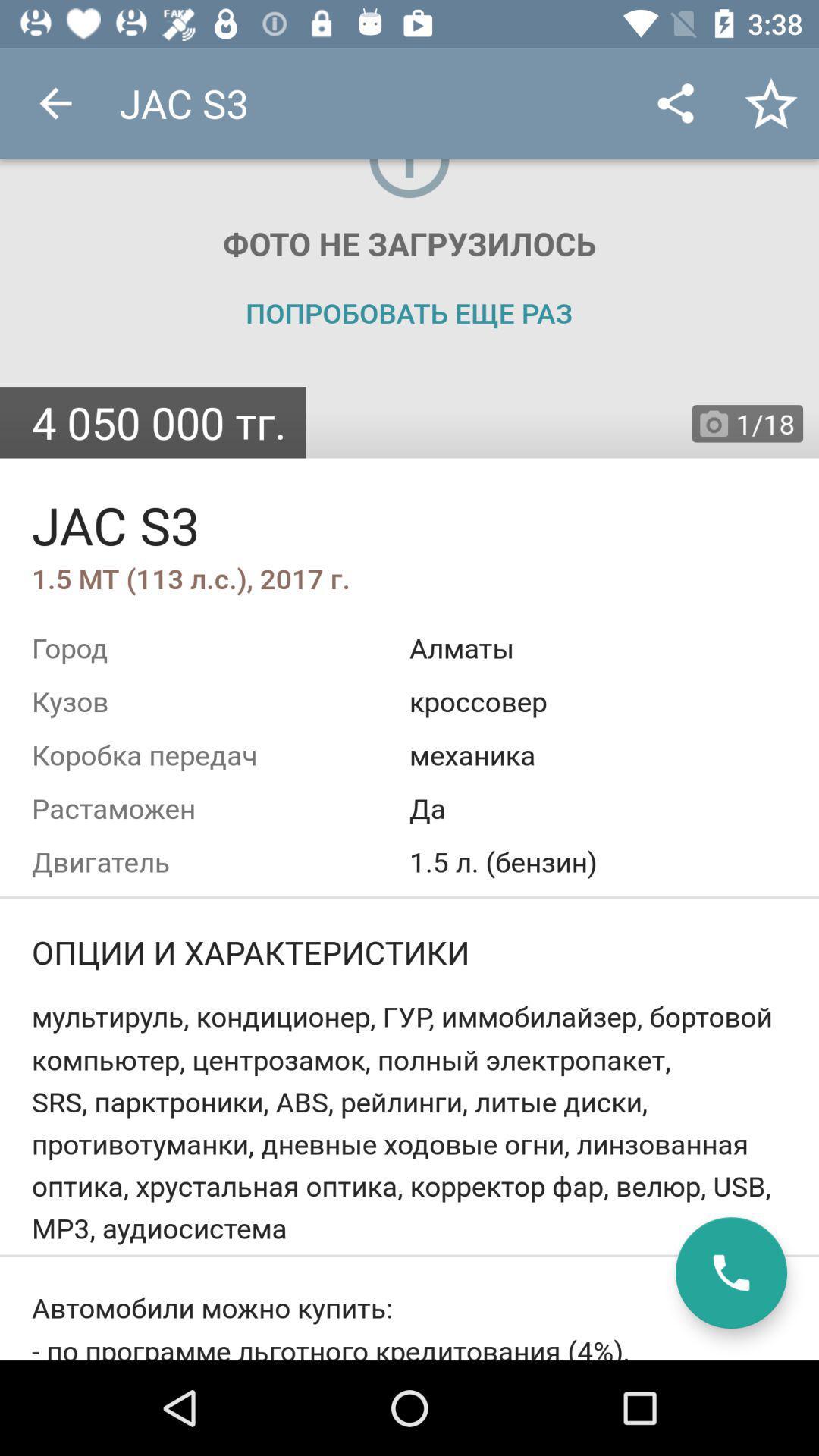 Image resolution: width=819 pixels, height=1456 pixels. What do you see at coordinates (409, 182) in the screenshot?
I see `the icon top center of the page` at bounding box center [409, 182].